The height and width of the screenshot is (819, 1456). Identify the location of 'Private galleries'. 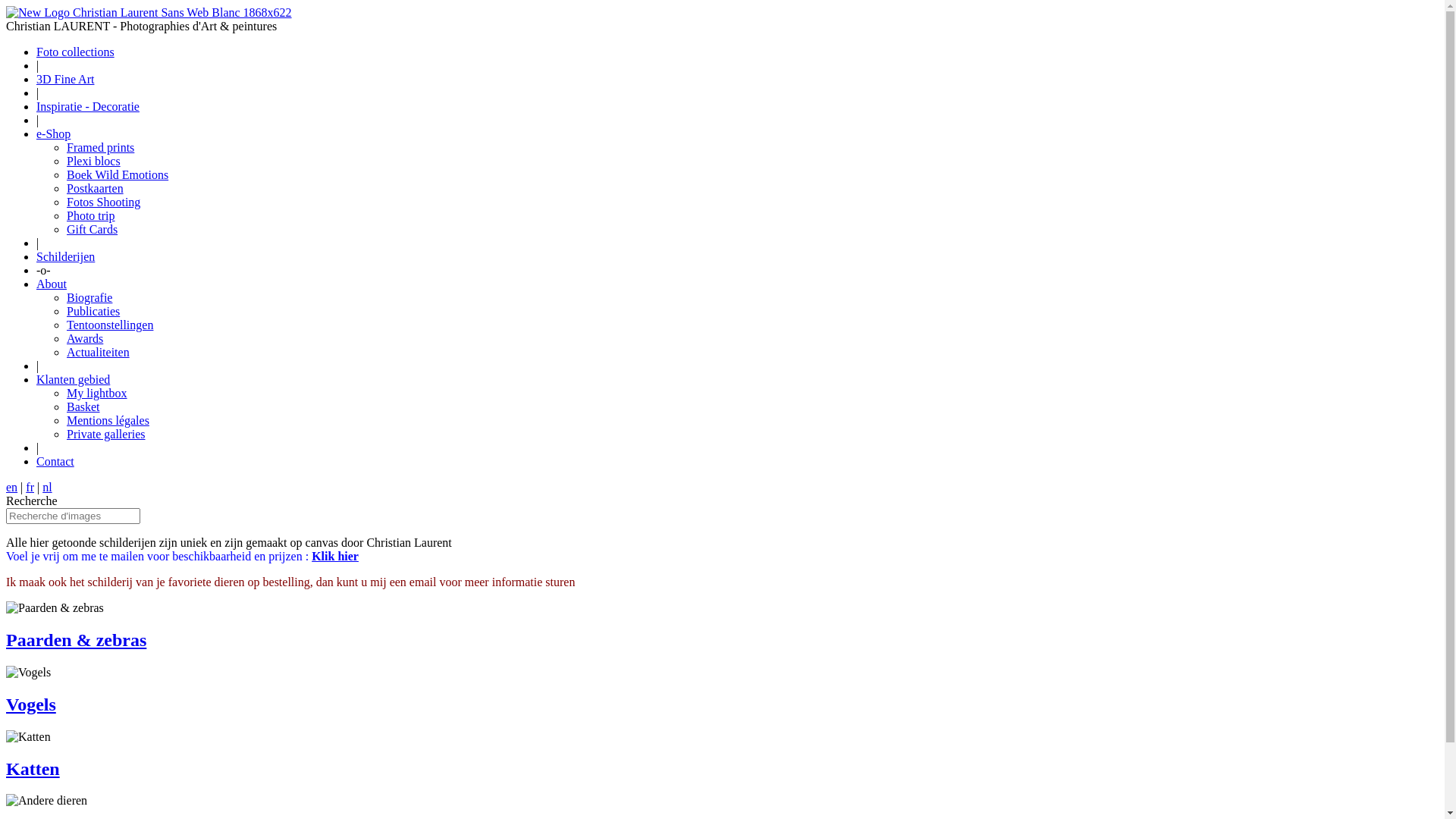
(105, 434).